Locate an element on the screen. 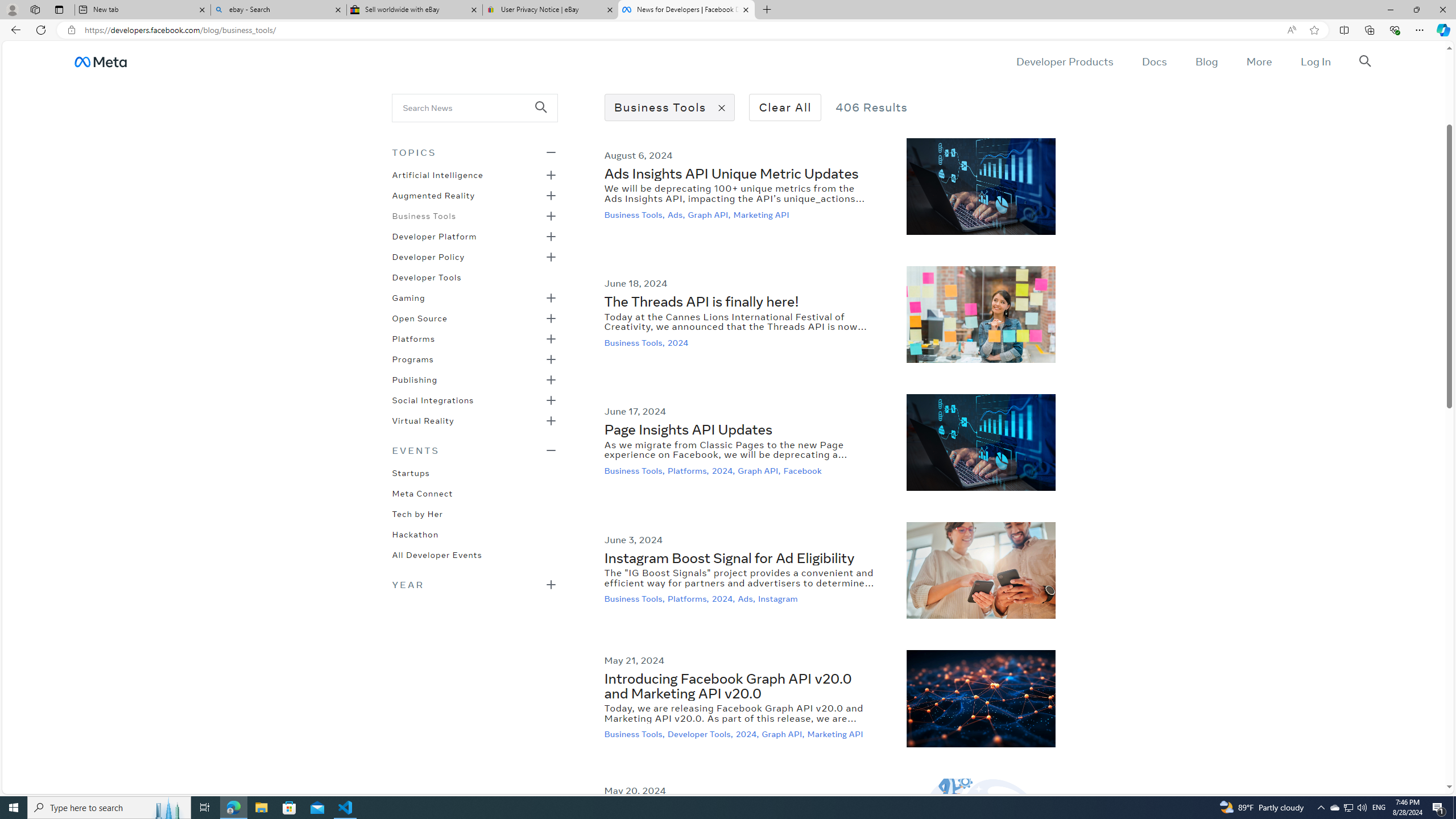 Image resolution: width=1456 pixels, height=819 pixels. 'Settings and more (Alt+F)' is located at coordinates (1419, 29).